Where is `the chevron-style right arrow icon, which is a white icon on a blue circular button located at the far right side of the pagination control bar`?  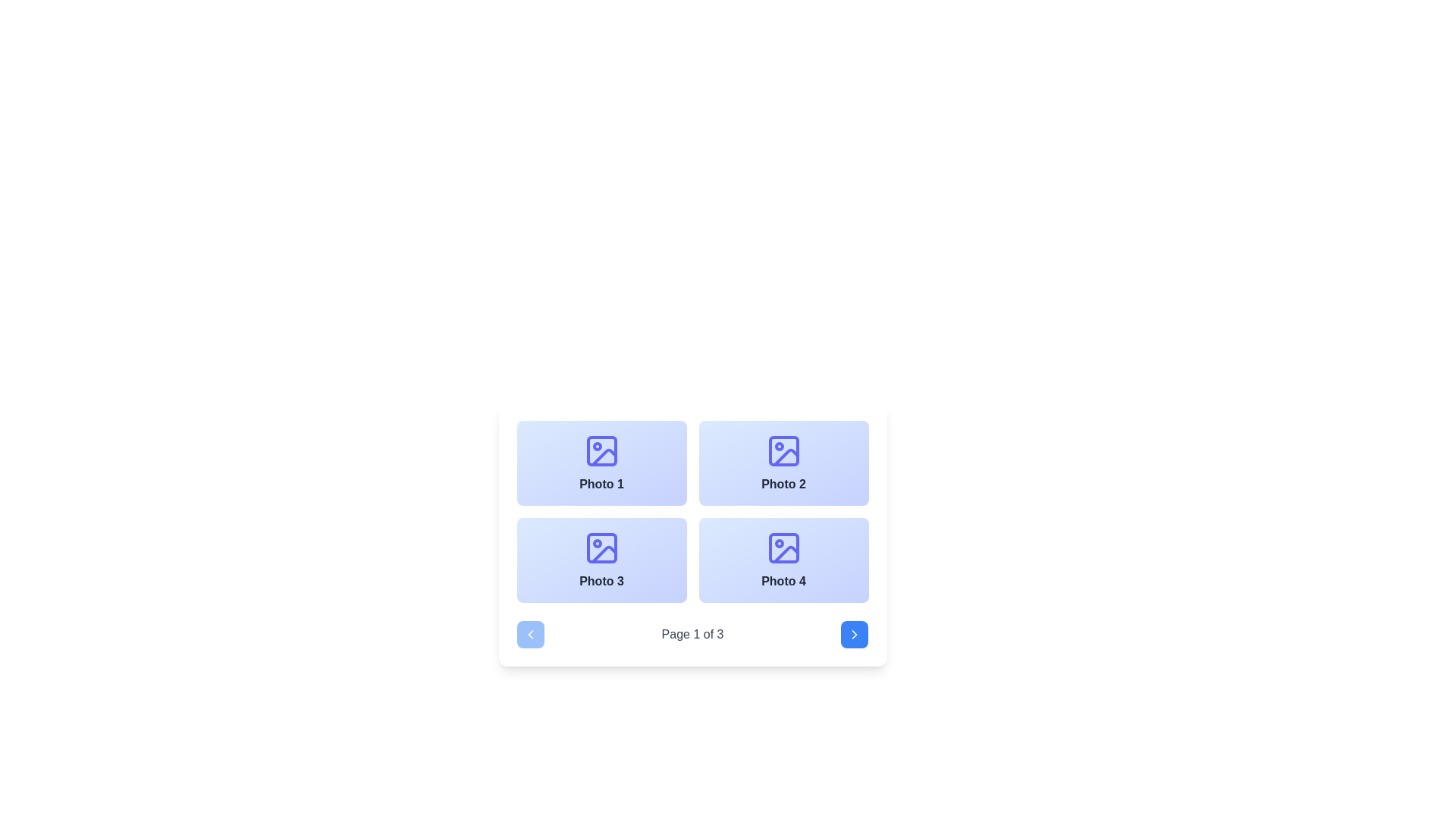 the chevron-style right arrow icon, which is a white icon on a blue circular button located at the far right side of the pagination control bar is located at coordinates (855, 635).